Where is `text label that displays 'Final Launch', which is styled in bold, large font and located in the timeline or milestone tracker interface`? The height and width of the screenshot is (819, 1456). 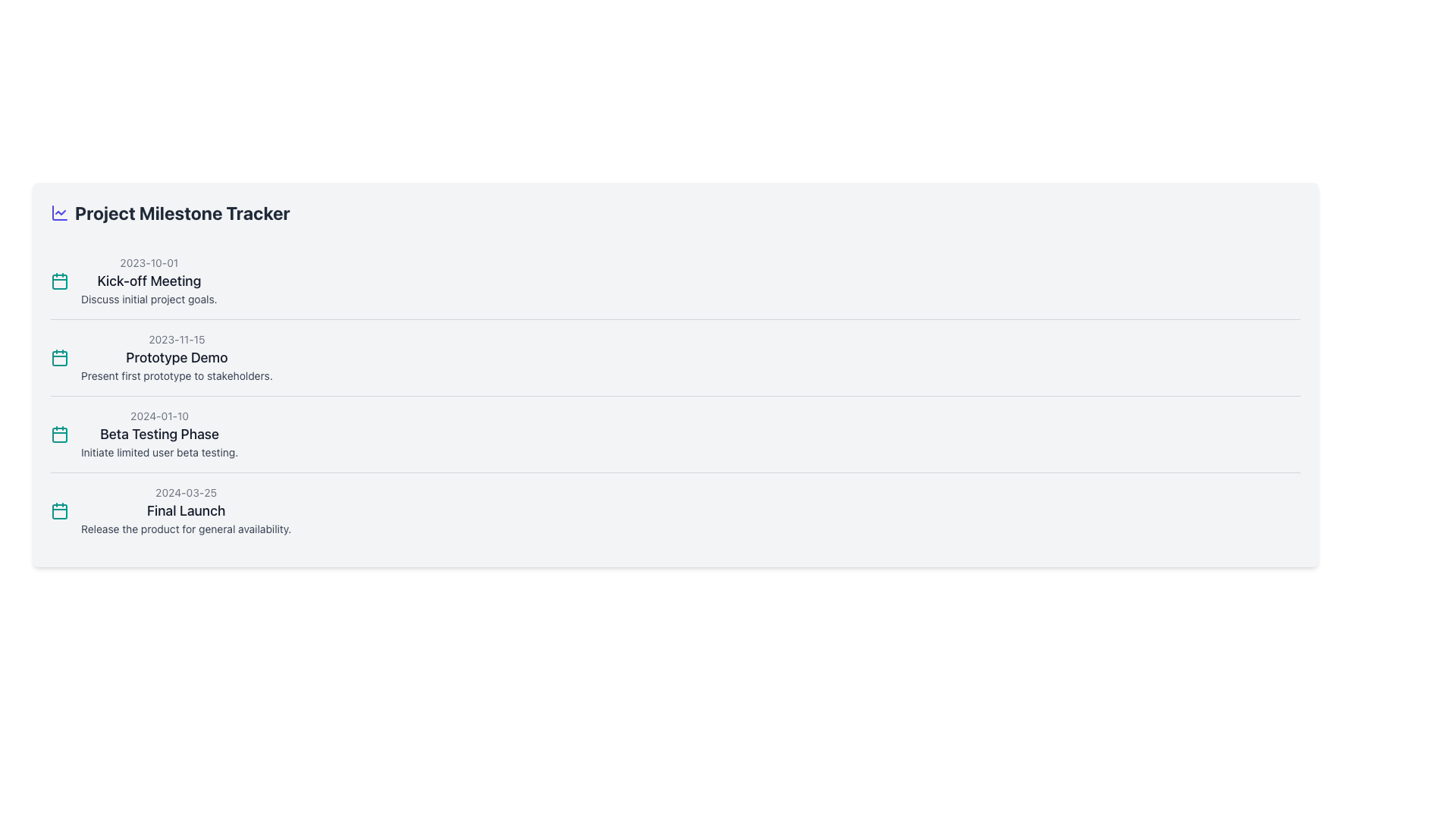 text label that displays 'Final Launch', which is styled in bold, large font and located in the timeline or milestone tracker interface is located at coordinates (185, 511).